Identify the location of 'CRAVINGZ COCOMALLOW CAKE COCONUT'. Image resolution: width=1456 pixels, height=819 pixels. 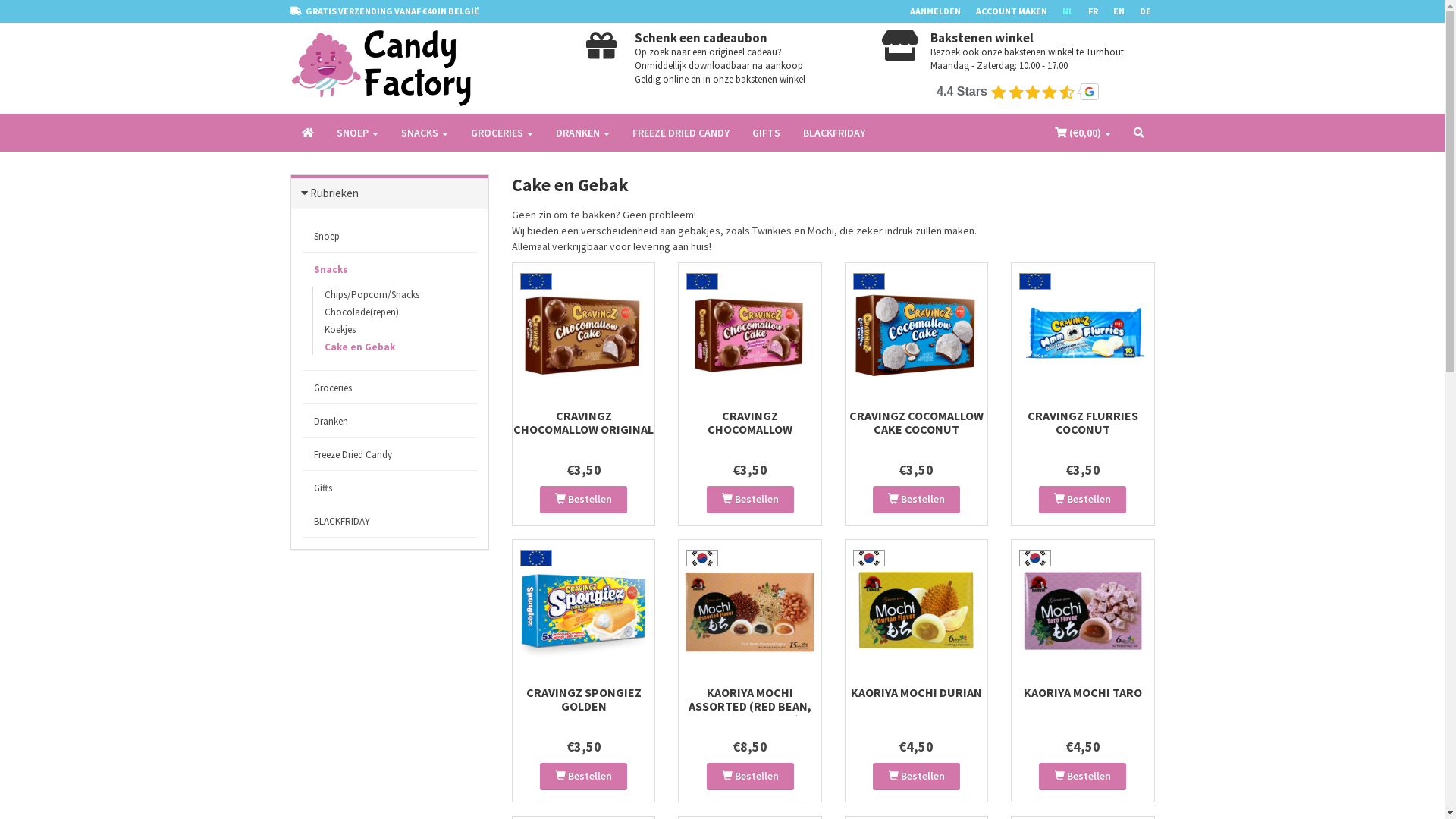
(915, 422).